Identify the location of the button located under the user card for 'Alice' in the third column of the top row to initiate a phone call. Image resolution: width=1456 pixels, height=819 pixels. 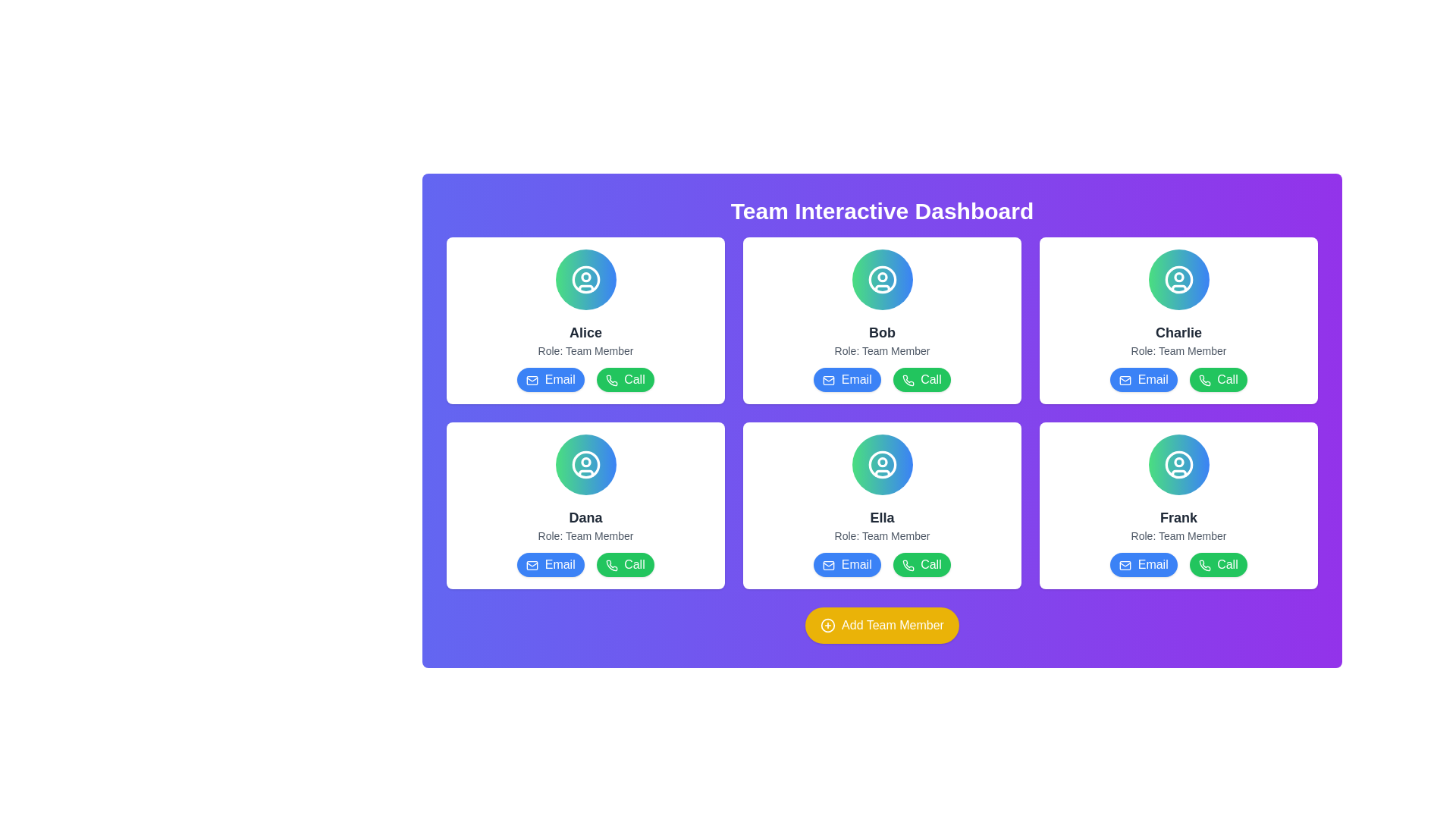
(611, 379).